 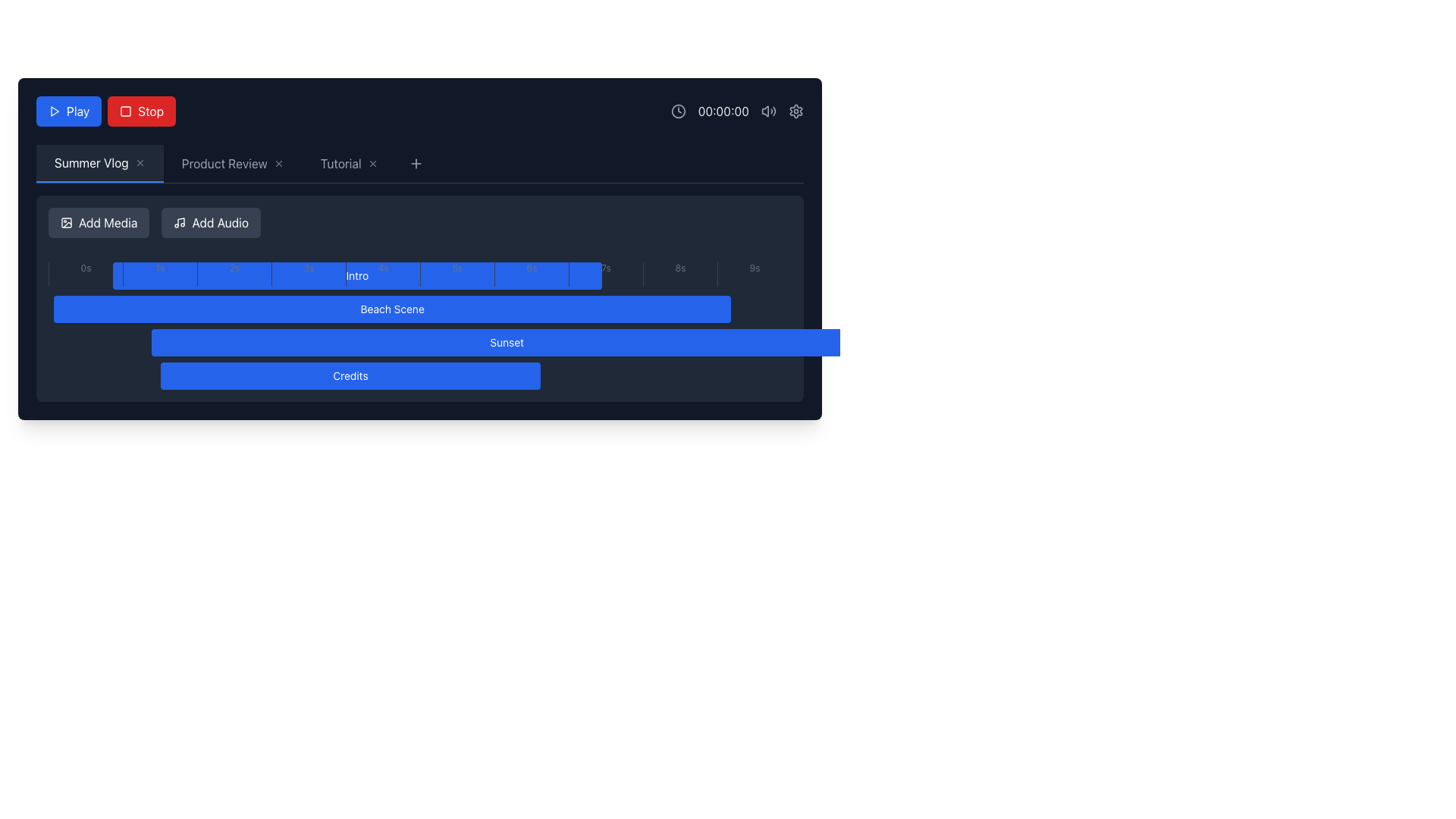 I want to click on the Progress bar segment located near the top of the interface, so click(x=419, y=275).